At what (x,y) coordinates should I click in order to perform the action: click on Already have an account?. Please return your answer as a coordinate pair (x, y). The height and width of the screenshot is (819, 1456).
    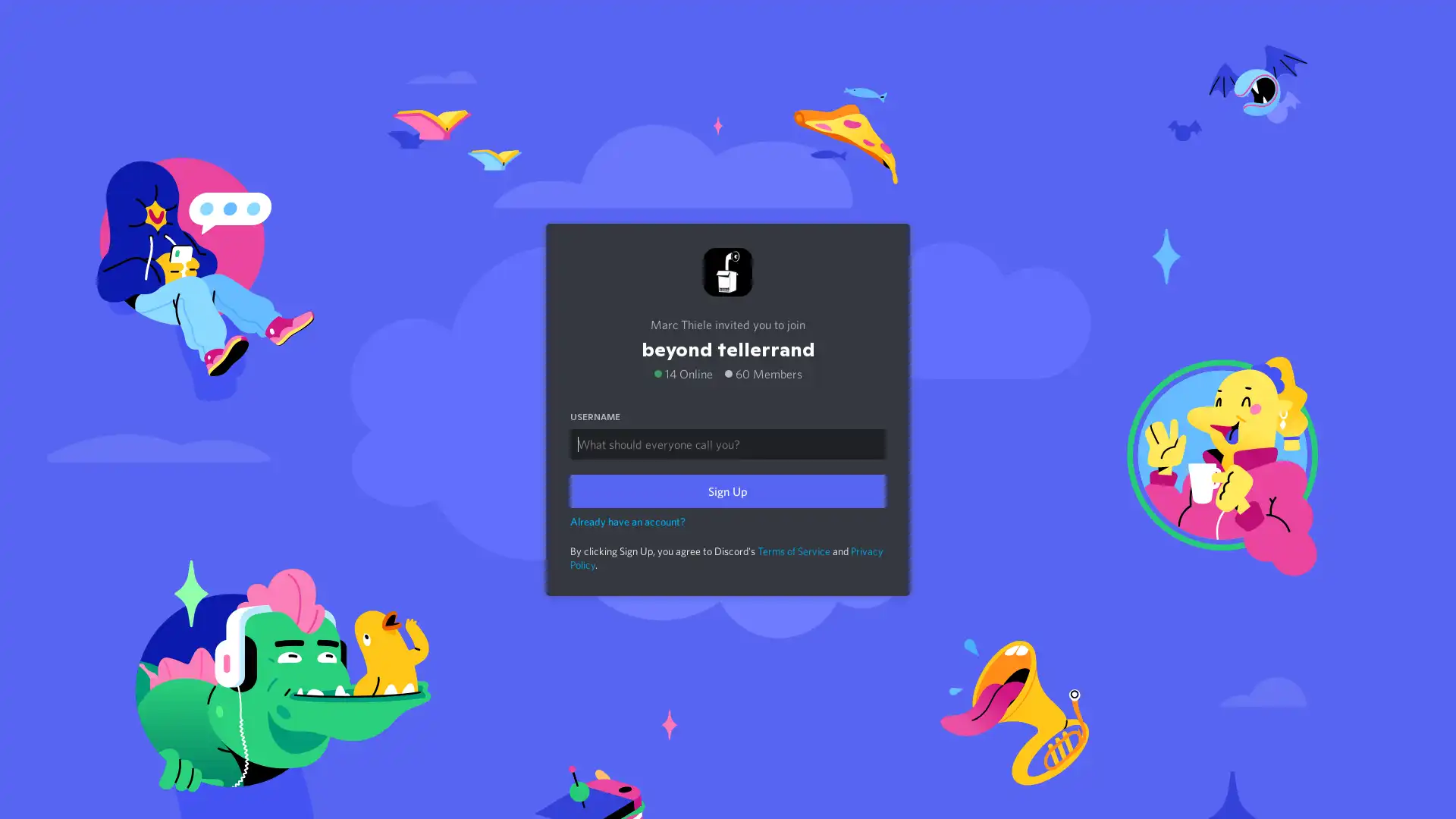
    Looking at the image, I should click on (628, 519).